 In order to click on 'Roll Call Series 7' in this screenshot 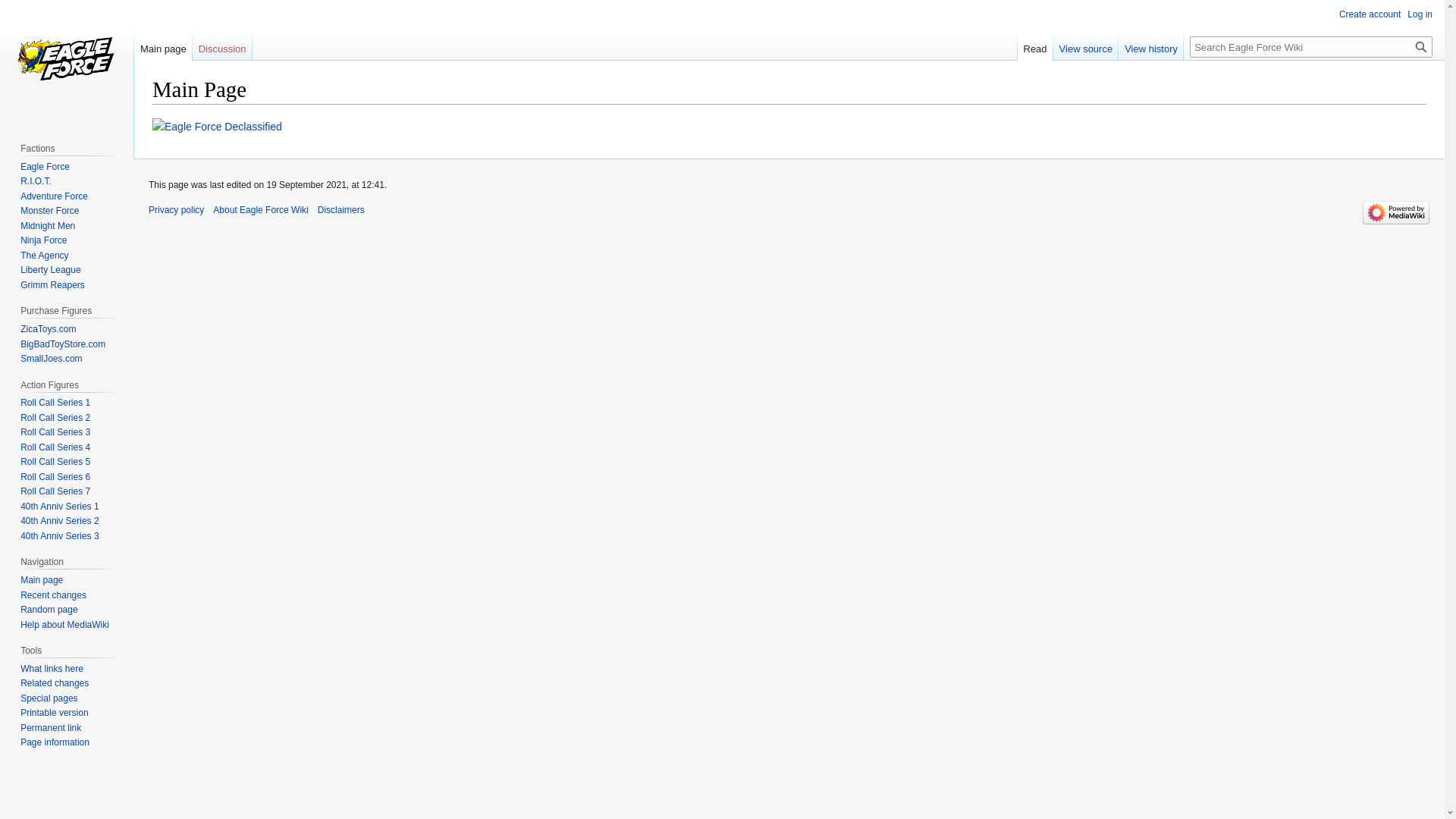, I will do `click(55, 491)`.